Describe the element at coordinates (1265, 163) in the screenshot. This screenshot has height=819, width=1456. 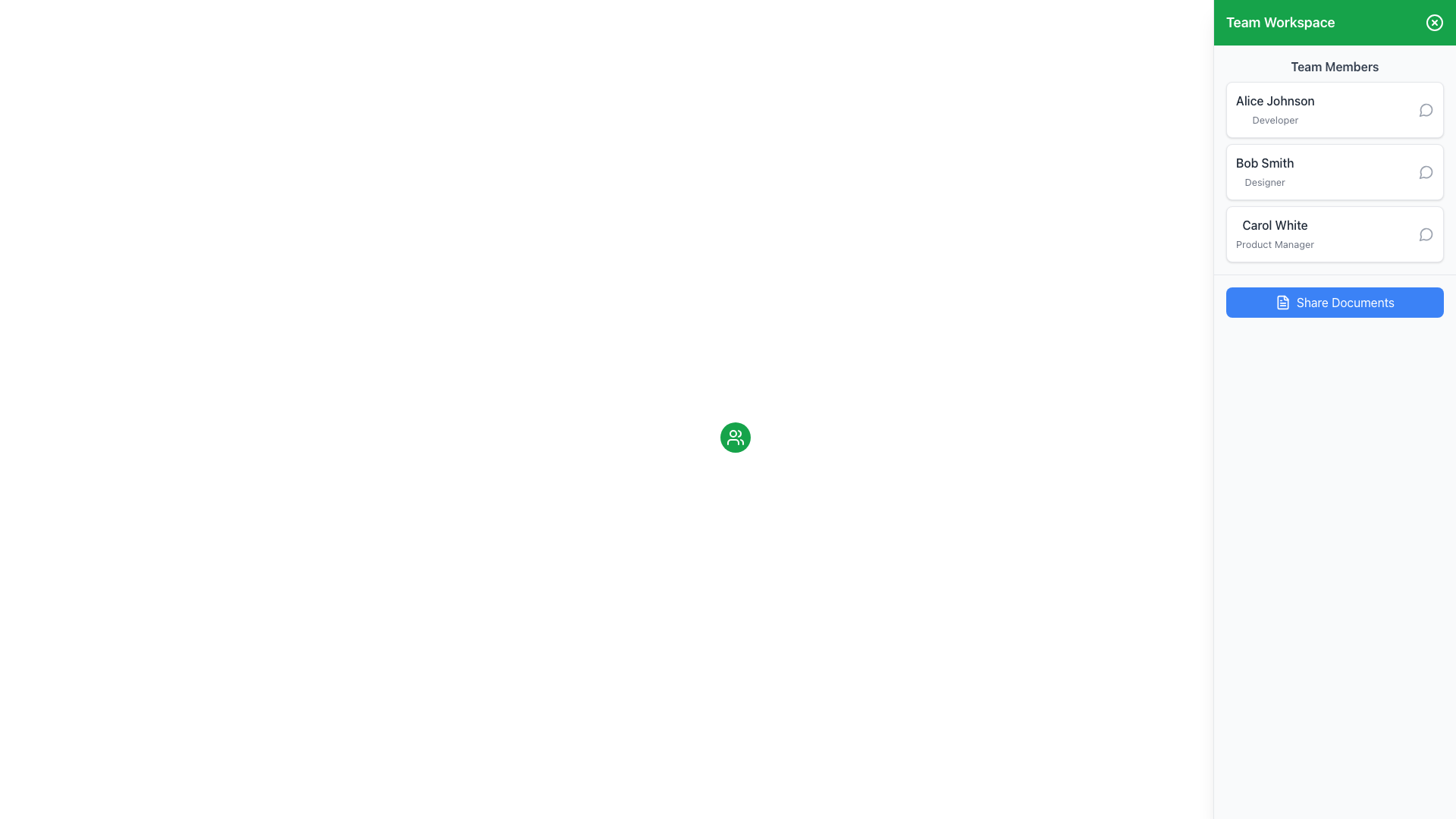
I see `the text label identifying the team member 'Bob Smith' in the 'Team Members' list located in the sidebar on the right side of the interface` at that location.